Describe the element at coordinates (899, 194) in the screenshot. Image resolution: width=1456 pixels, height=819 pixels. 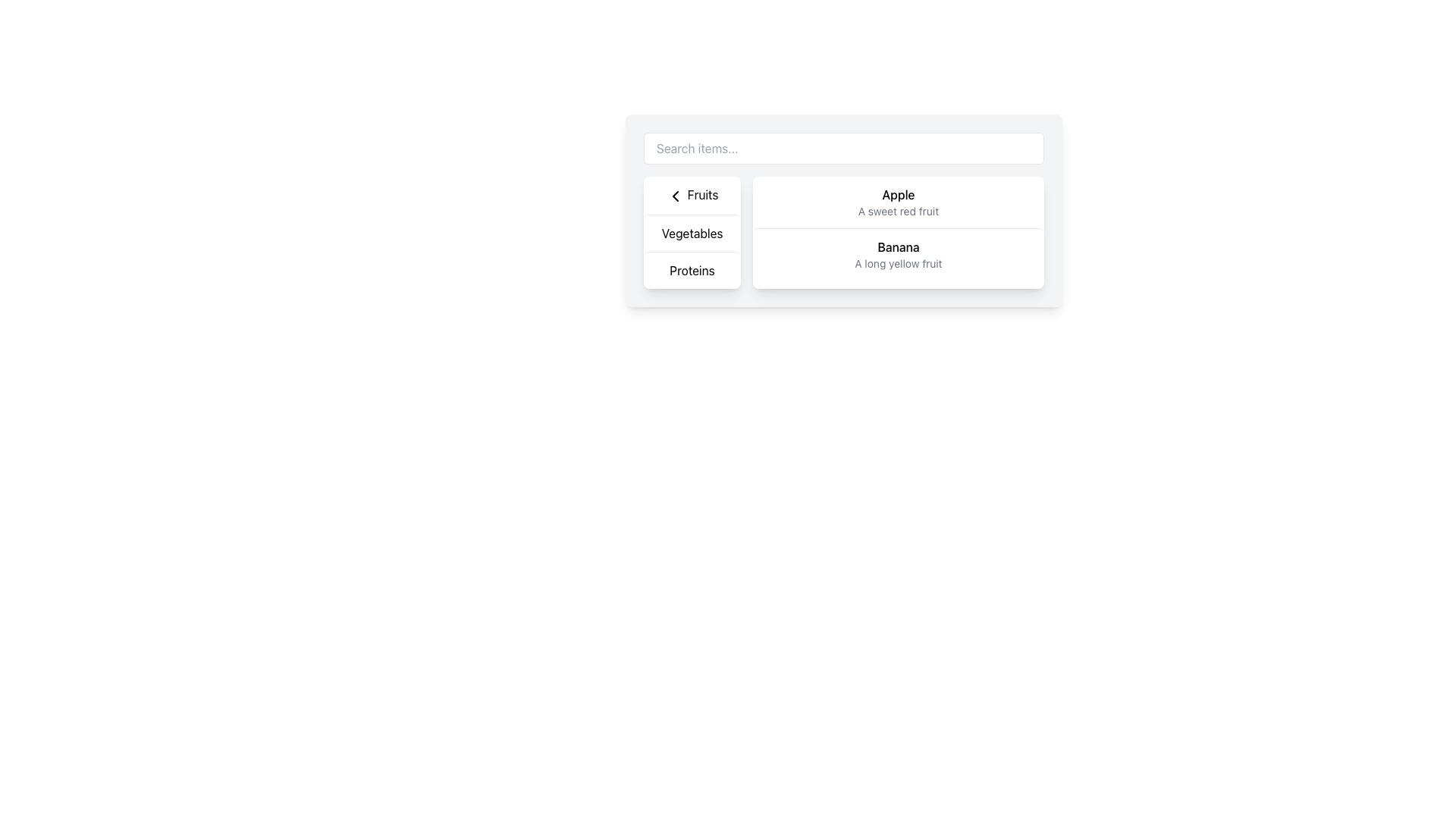
I see `the text label for the fruit 'Apple'` at that location.